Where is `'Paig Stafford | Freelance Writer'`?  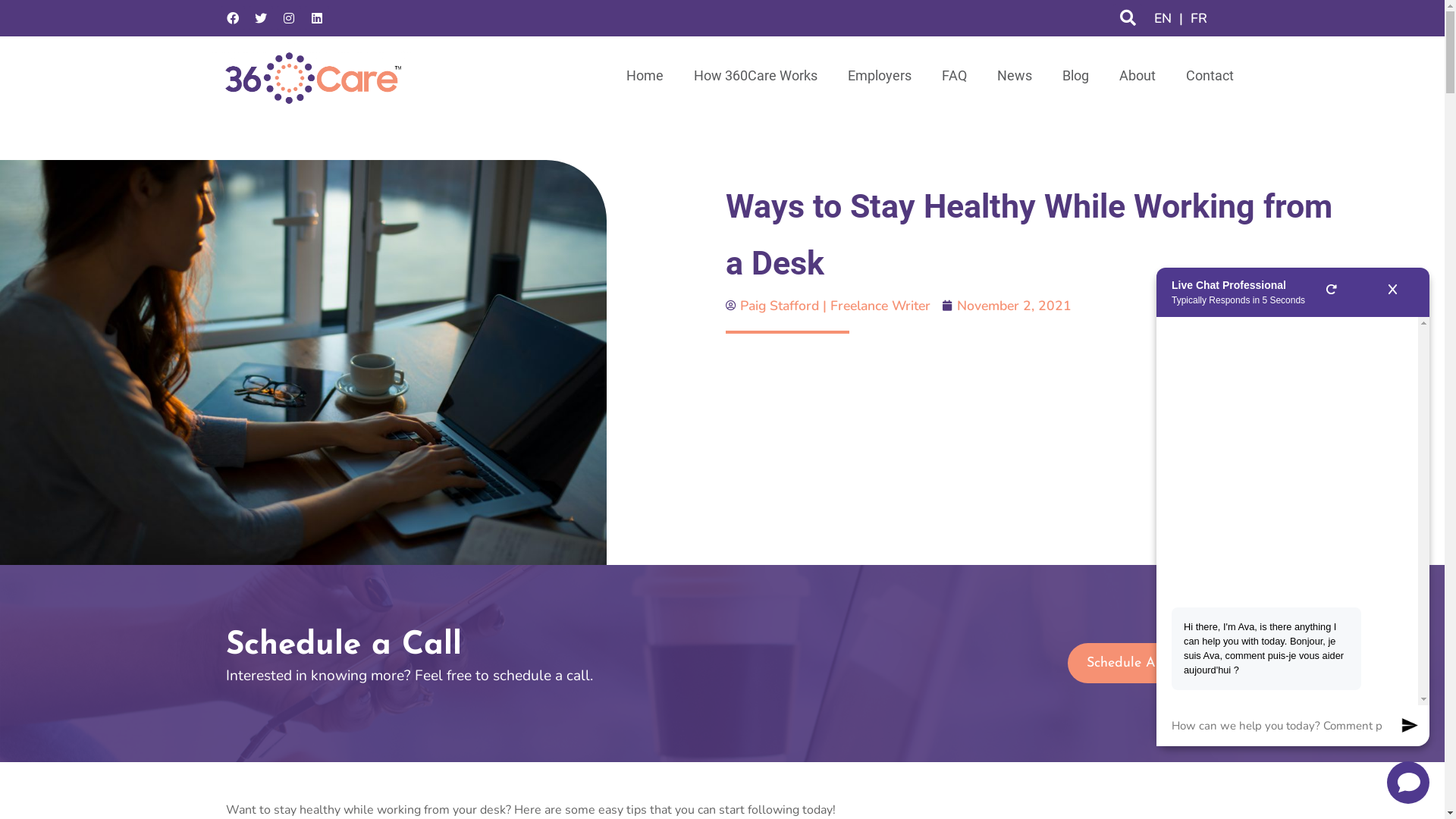
'Paig Stafford | Freelance Writer' is located at coordinates (827, 305).